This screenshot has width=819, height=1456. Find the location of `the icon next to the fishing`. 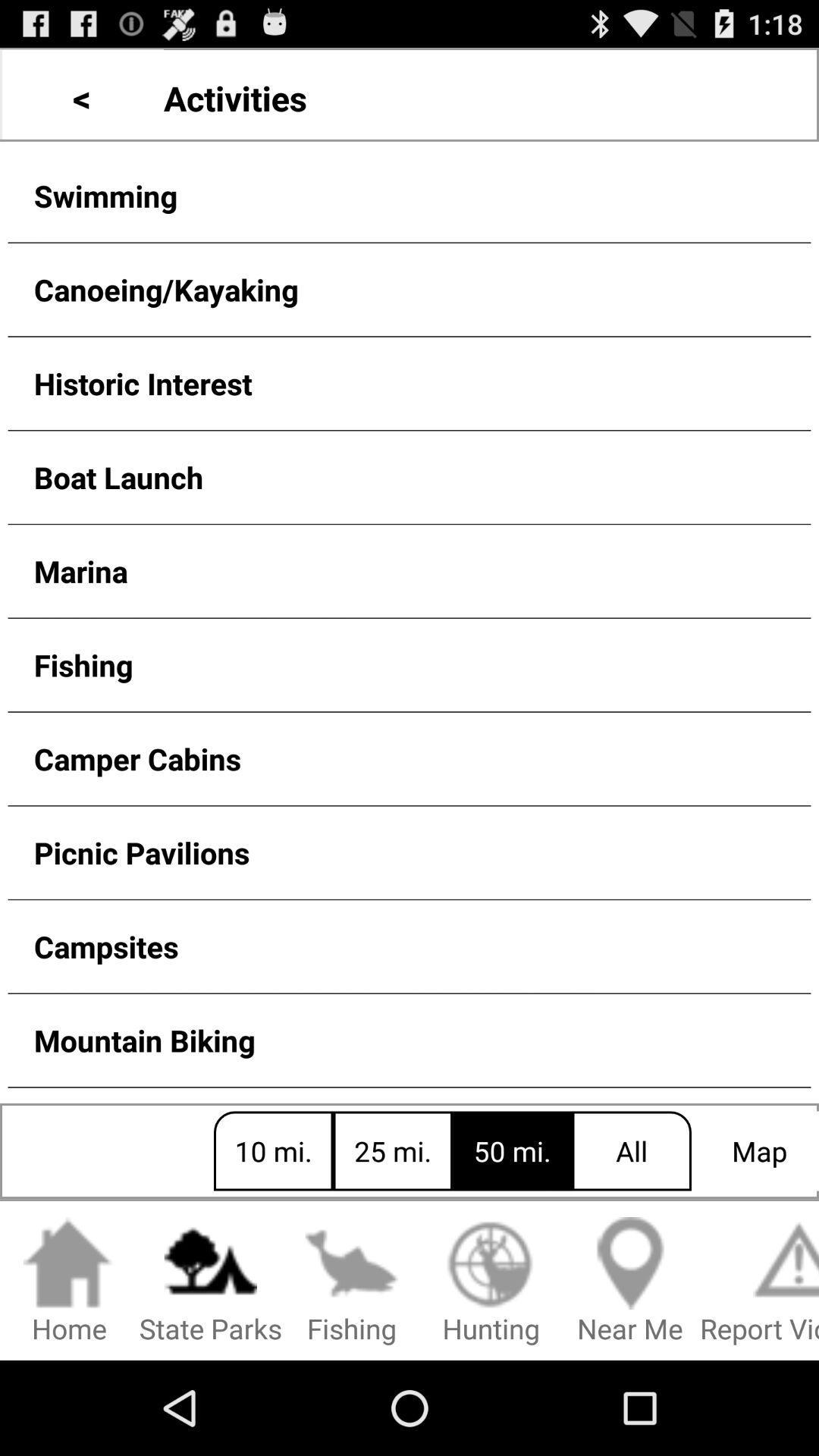

the icon next to the fishing is located at coordinates (491, 1281).